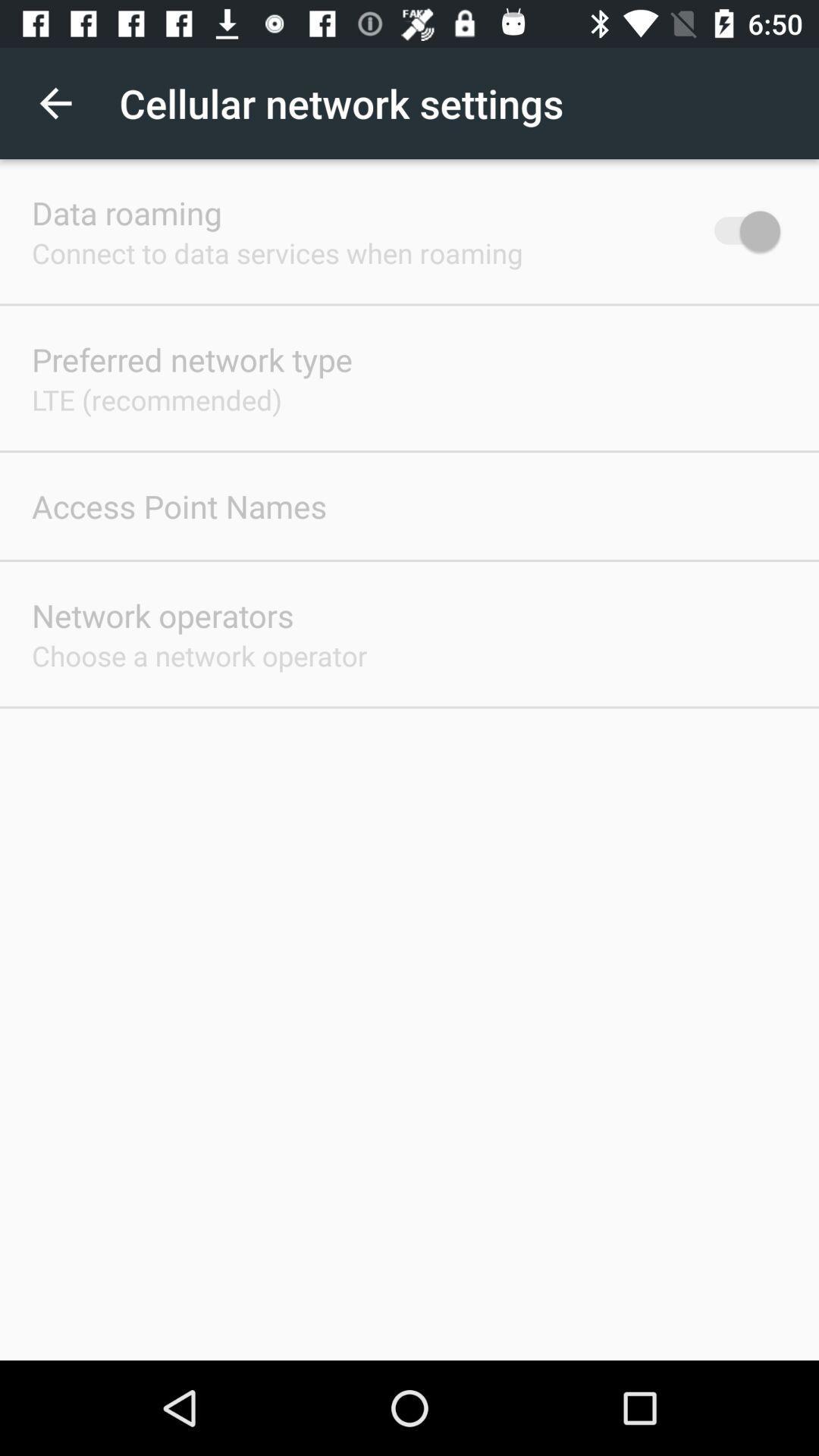  Describe the element at coordinates (55, 102) in the screenshot. I see `the app next to cellular network settings icon` at that location.